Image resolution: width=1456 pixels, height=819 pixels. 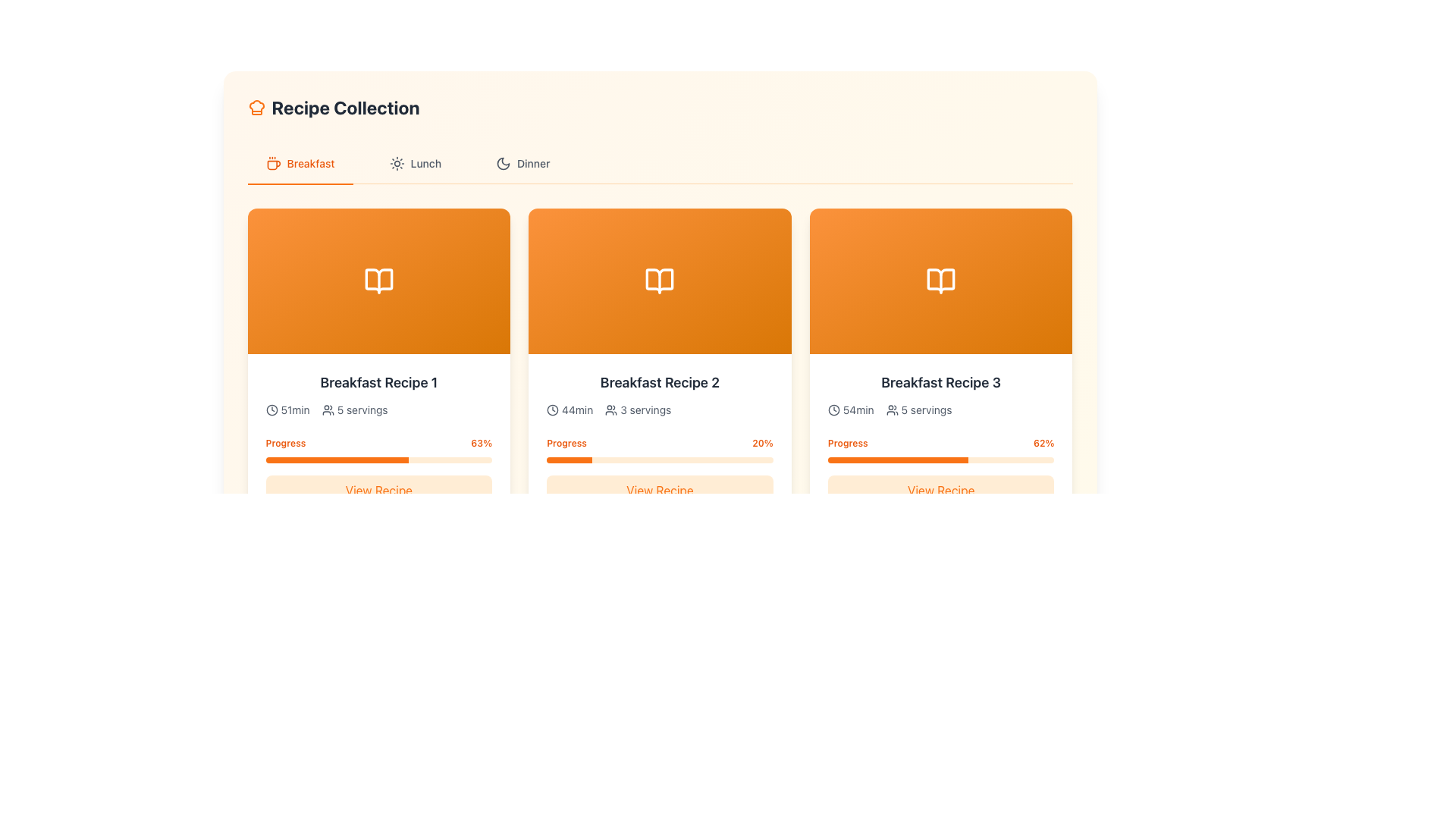 What do you see at coordinates (851, 409) in the screenshot?
I see `the informational text element displaying a clock icon followed by '54min' located at the top-left of the 'Breakfast Recipe 3' card` at bounding box center [851, 409].